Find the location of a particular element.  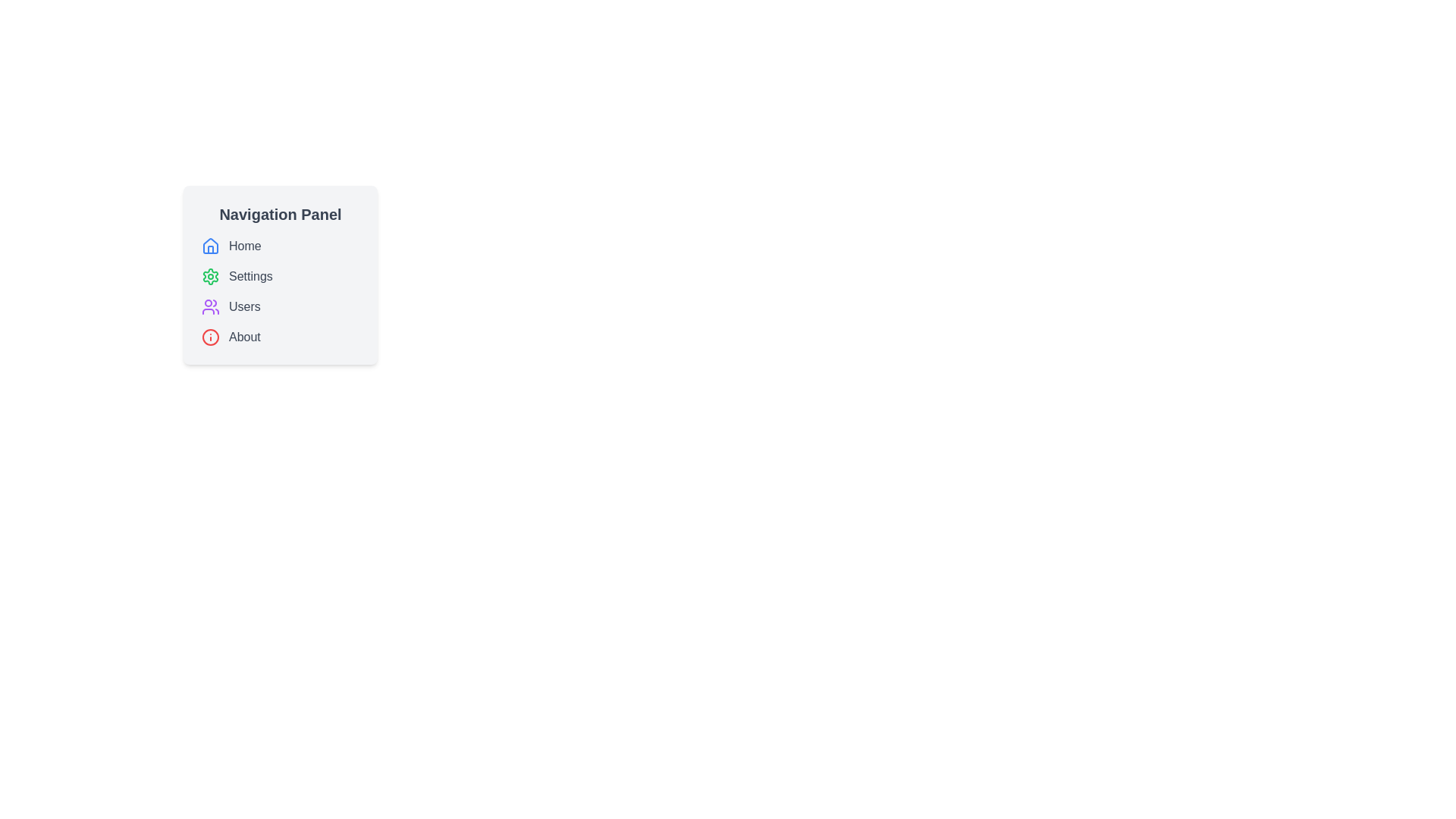

the 'Users' menu item in the vertical navigation menu is located at coordinates (280, 307).